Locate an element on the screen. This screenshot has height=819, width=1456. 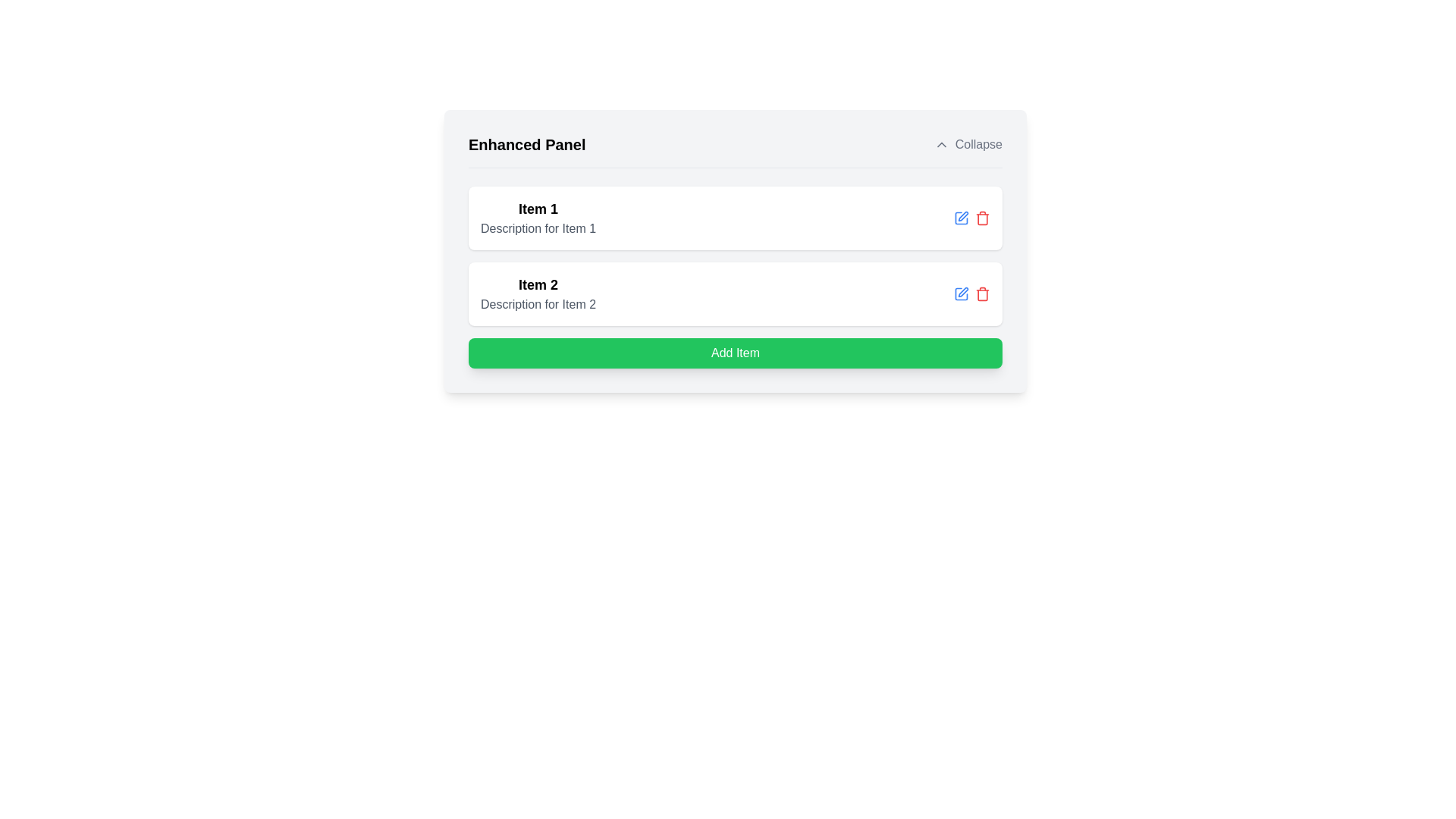
the 'Edit' button/icon located in the top-right corner of the card for 'Item 1' is located at coordinates (960, 218).